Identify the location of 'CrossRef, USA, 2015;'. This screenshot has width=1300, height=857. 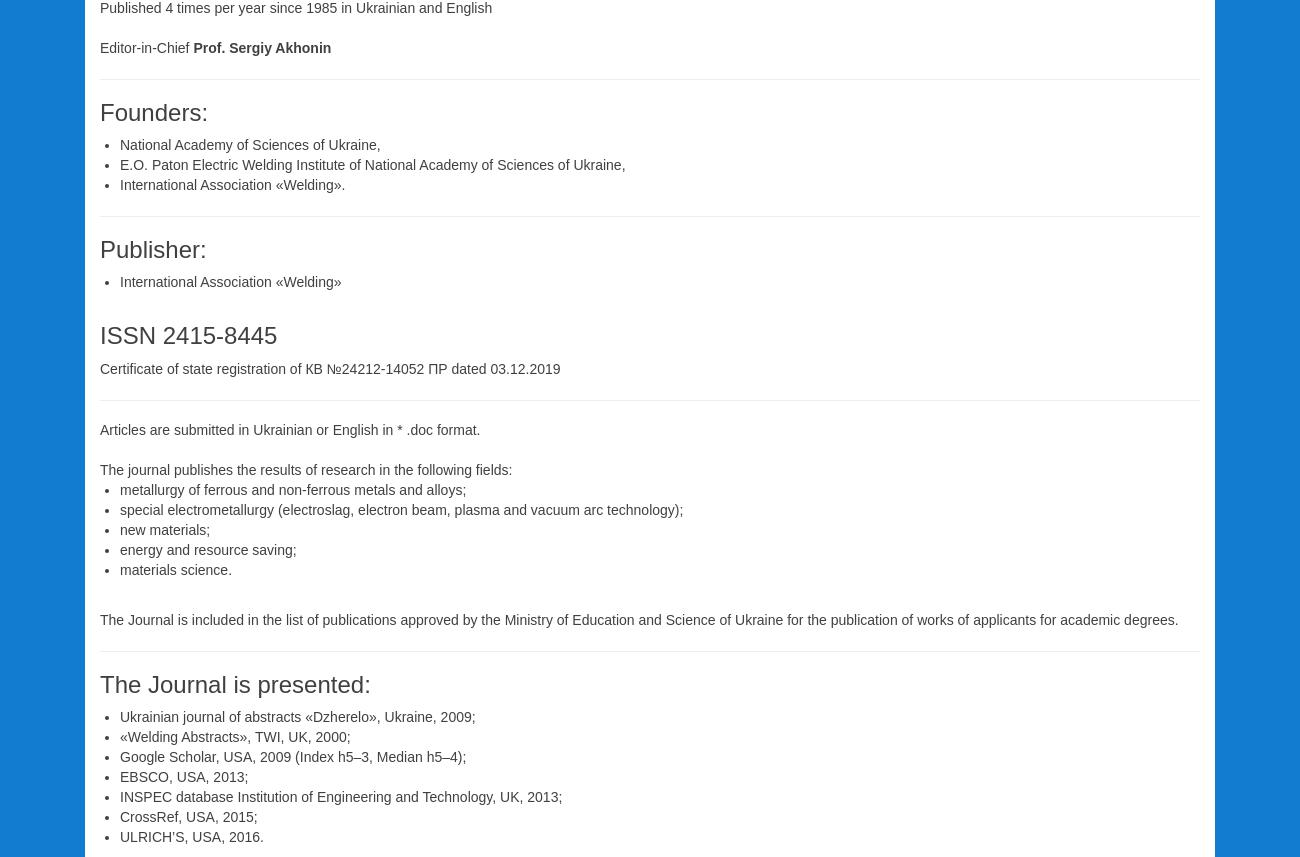
(188, 816).